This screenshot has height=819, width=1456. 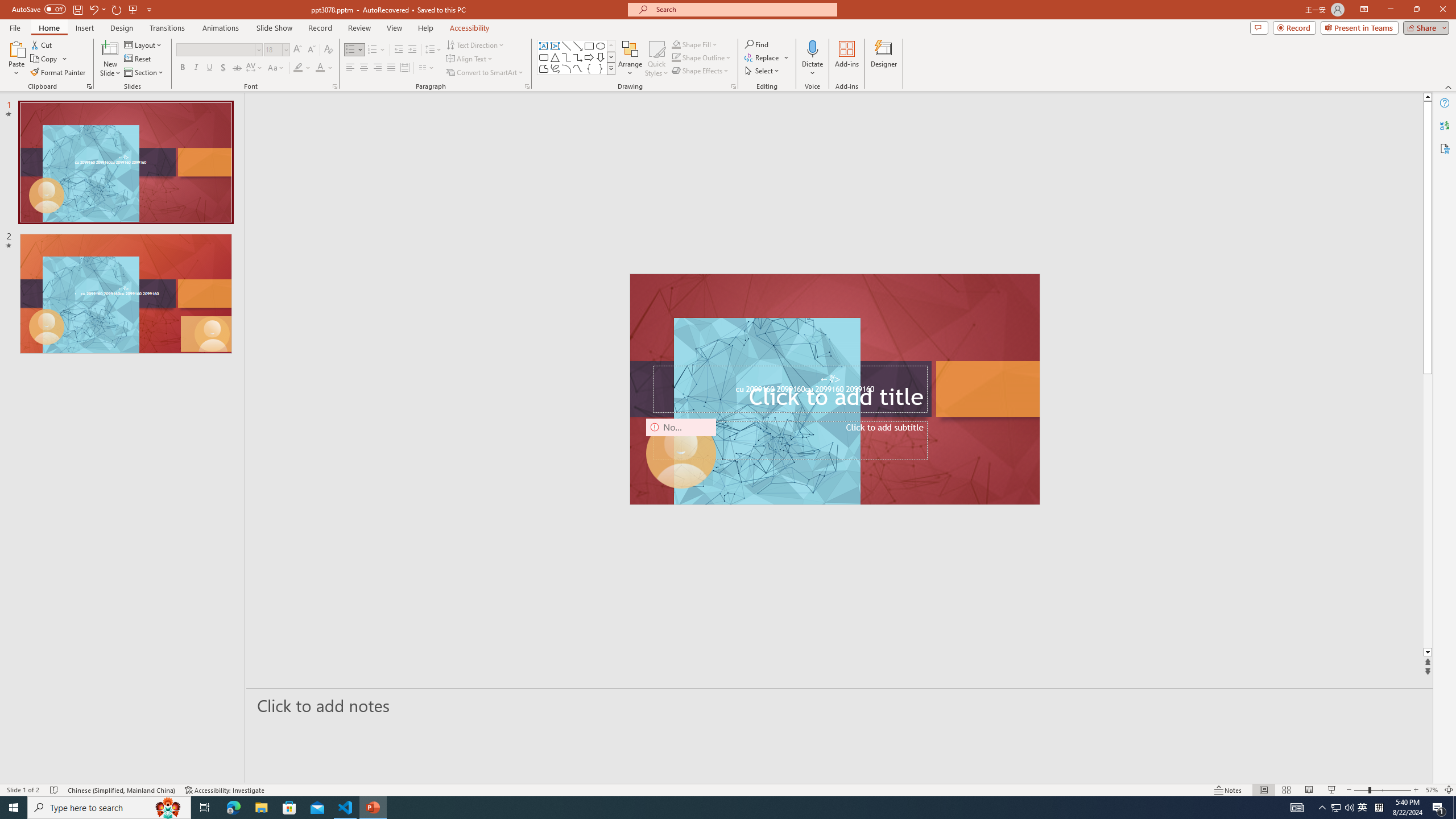 What do you see at coordinates (364, 67) in the screenshot?
I see `'Center'` at bounding box center [364, 67].